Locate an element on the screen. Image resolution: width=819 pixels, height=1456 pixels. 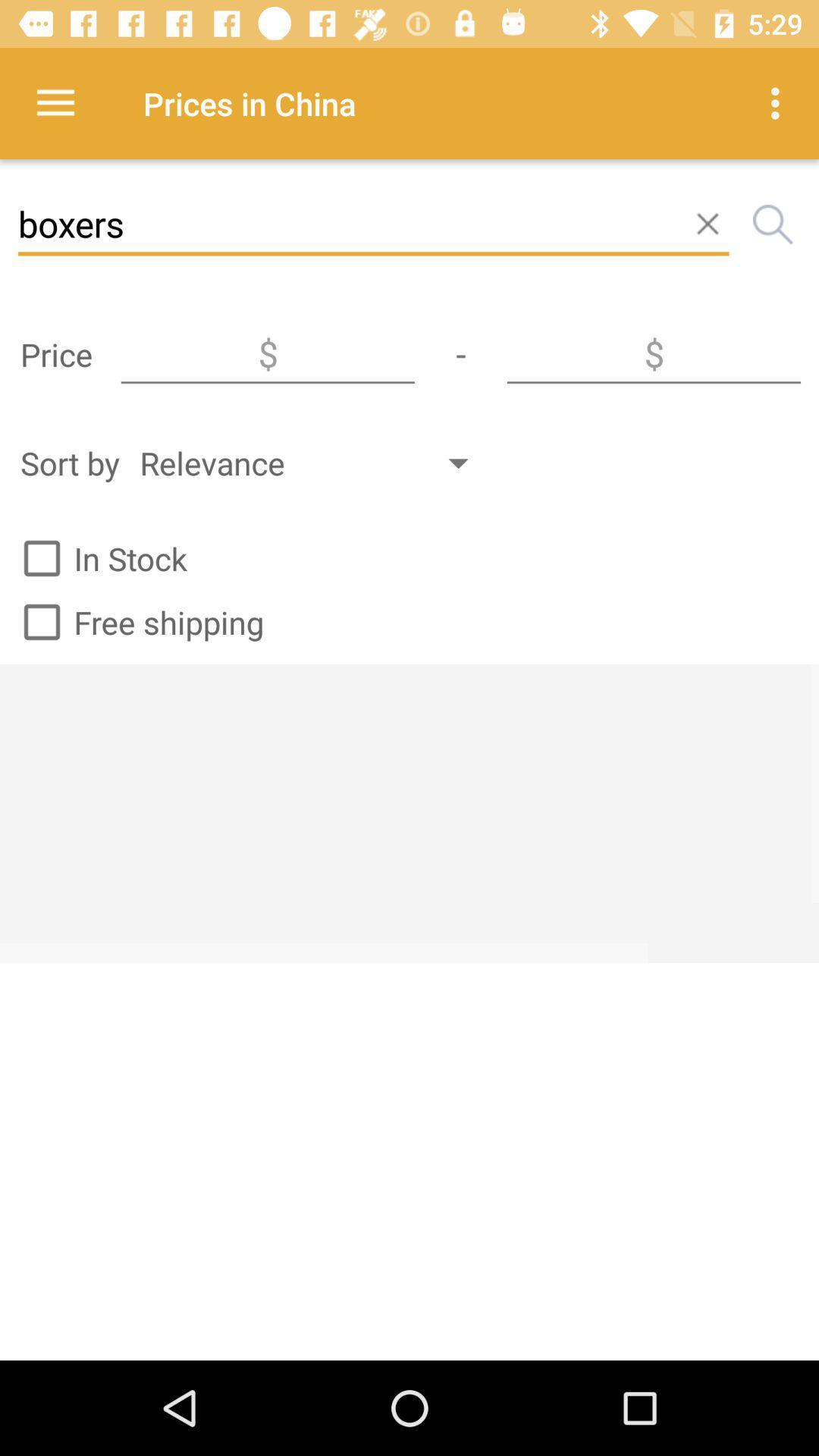
boxers item is located at coordinates (373, 224).